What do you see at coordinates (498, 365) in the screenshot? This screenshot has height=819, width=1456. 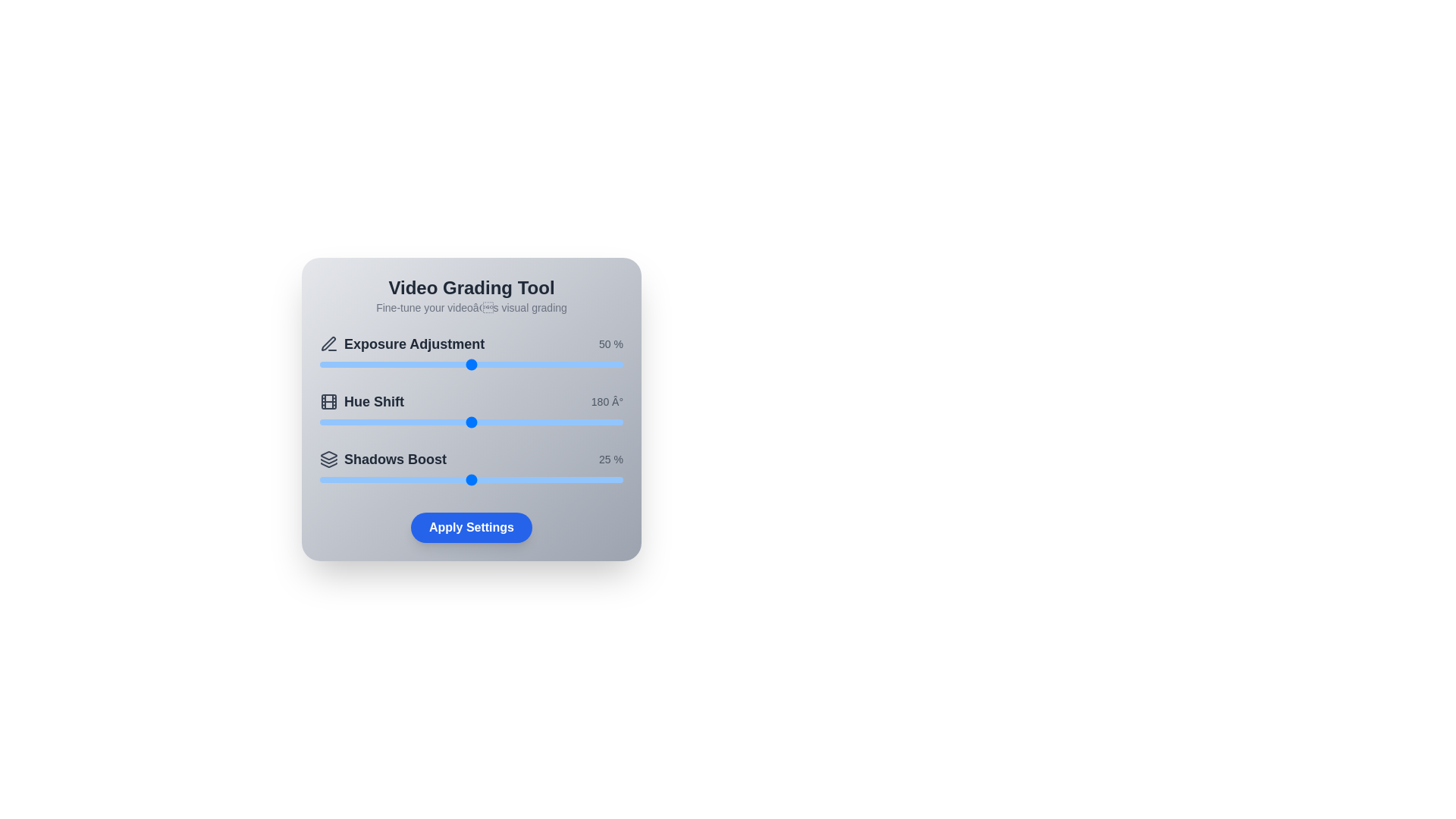 I see `the exposure adjustment` at bounding box center [498, 365].